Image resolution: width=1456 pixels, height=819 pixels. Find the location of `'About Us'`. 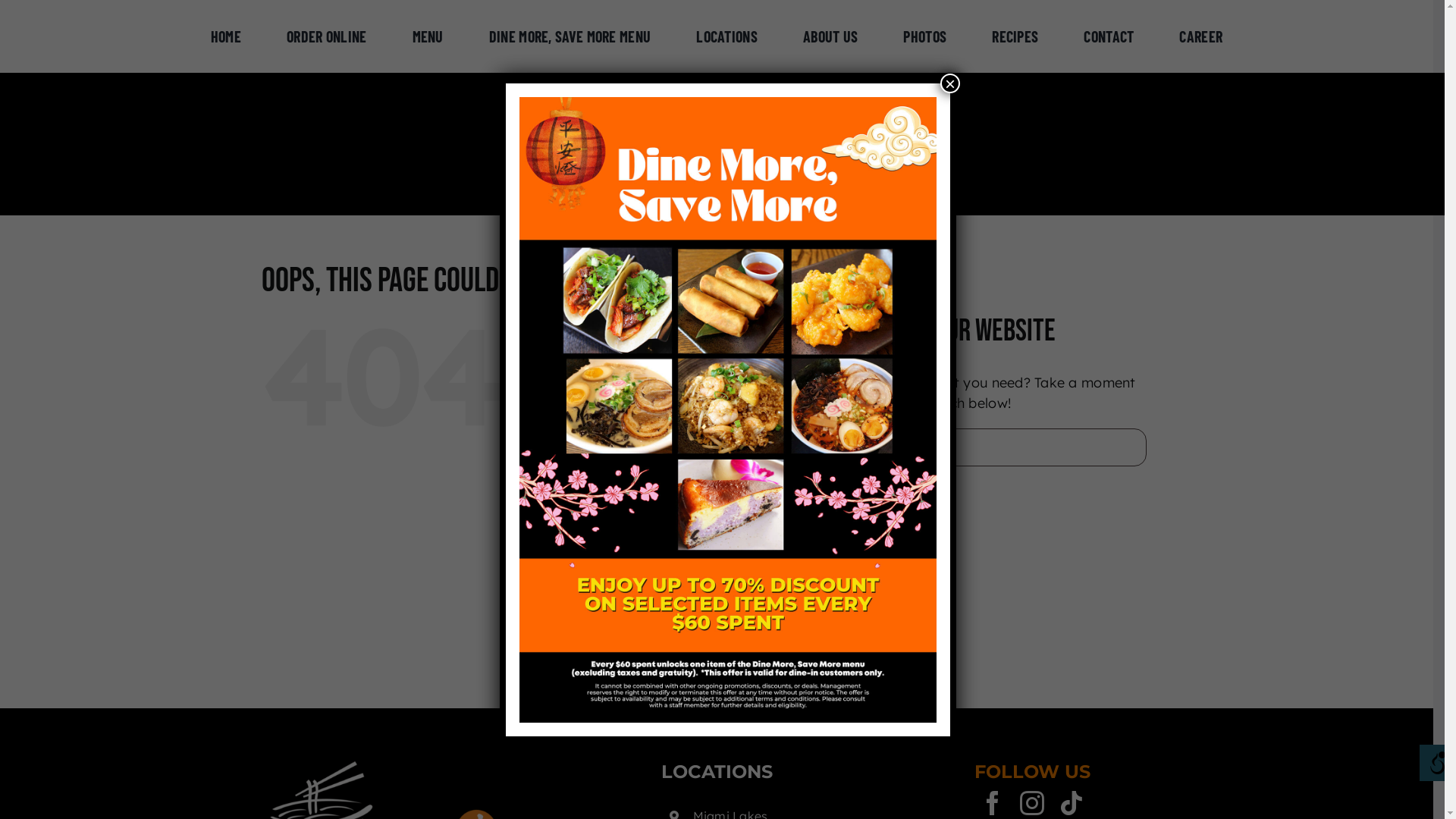

'About Us' is located at coordinates (664, 531).